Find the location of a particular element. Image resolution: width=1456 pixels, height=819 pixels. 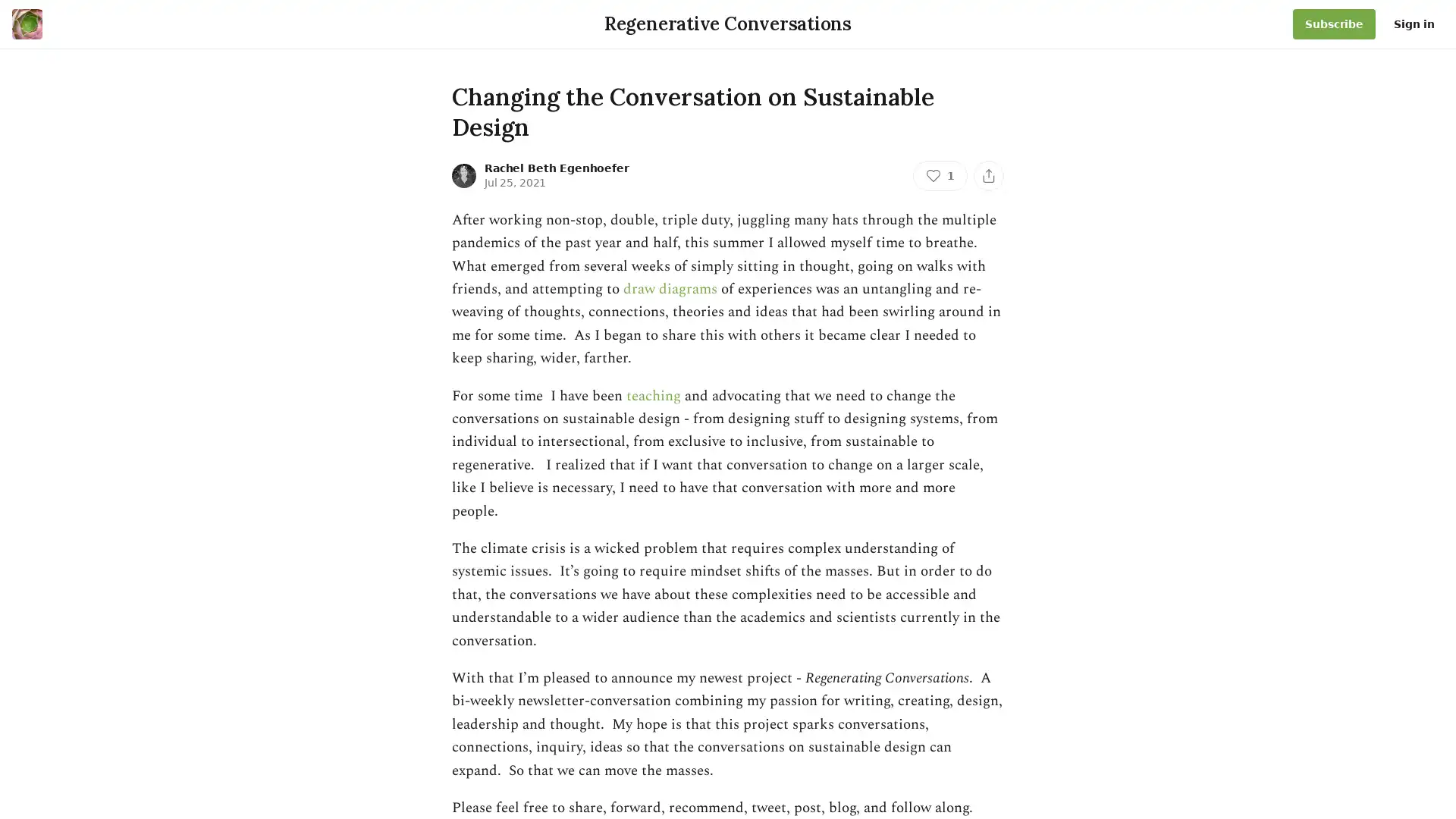

Sign in is located at coordinates (1414, 24).